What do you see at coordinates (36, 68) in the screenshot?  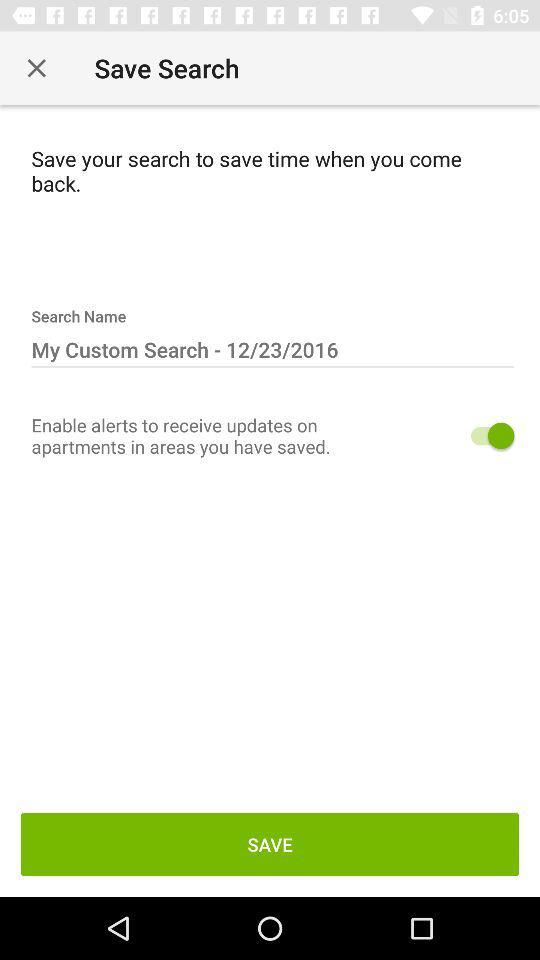 I see `exit` at bounding box center [36, 68].